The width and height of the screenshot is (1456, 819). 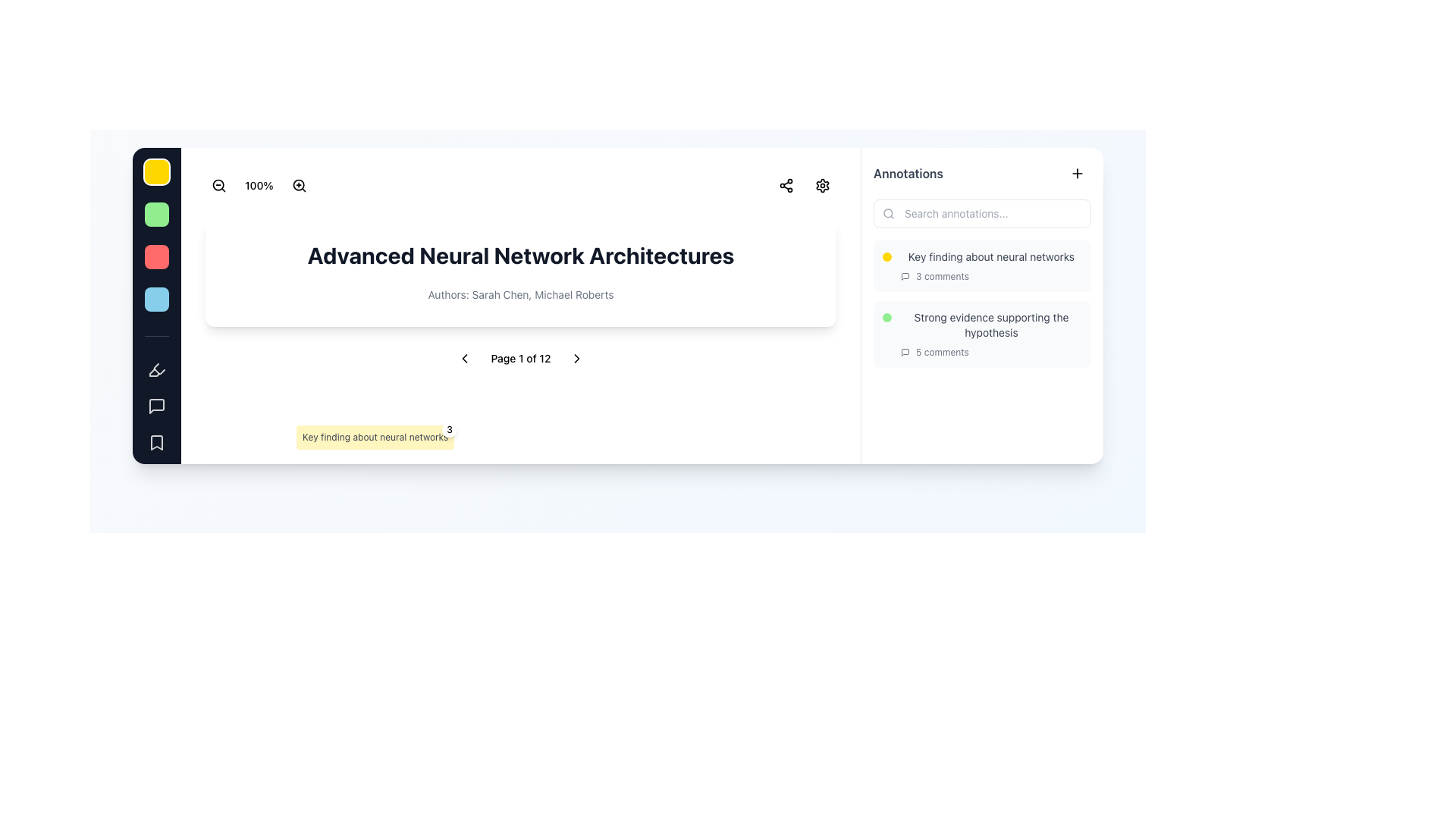 I want to click on the 'Disagree' button located in the third slot of a vertical column, positioned between a green and a light blue button, so click(x=156, y=256).